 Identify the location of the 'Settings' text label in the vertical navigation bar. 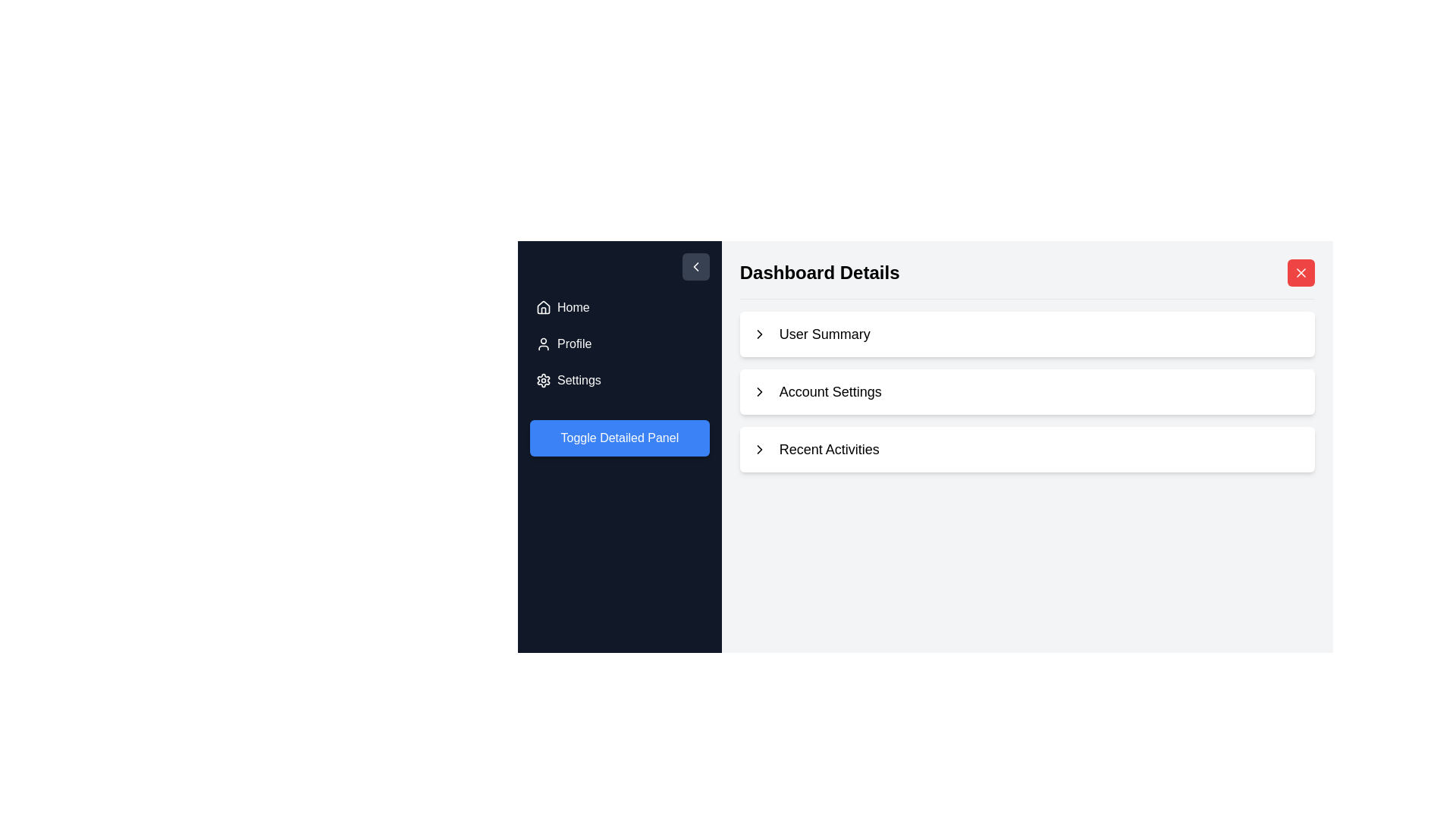
(578, 379).